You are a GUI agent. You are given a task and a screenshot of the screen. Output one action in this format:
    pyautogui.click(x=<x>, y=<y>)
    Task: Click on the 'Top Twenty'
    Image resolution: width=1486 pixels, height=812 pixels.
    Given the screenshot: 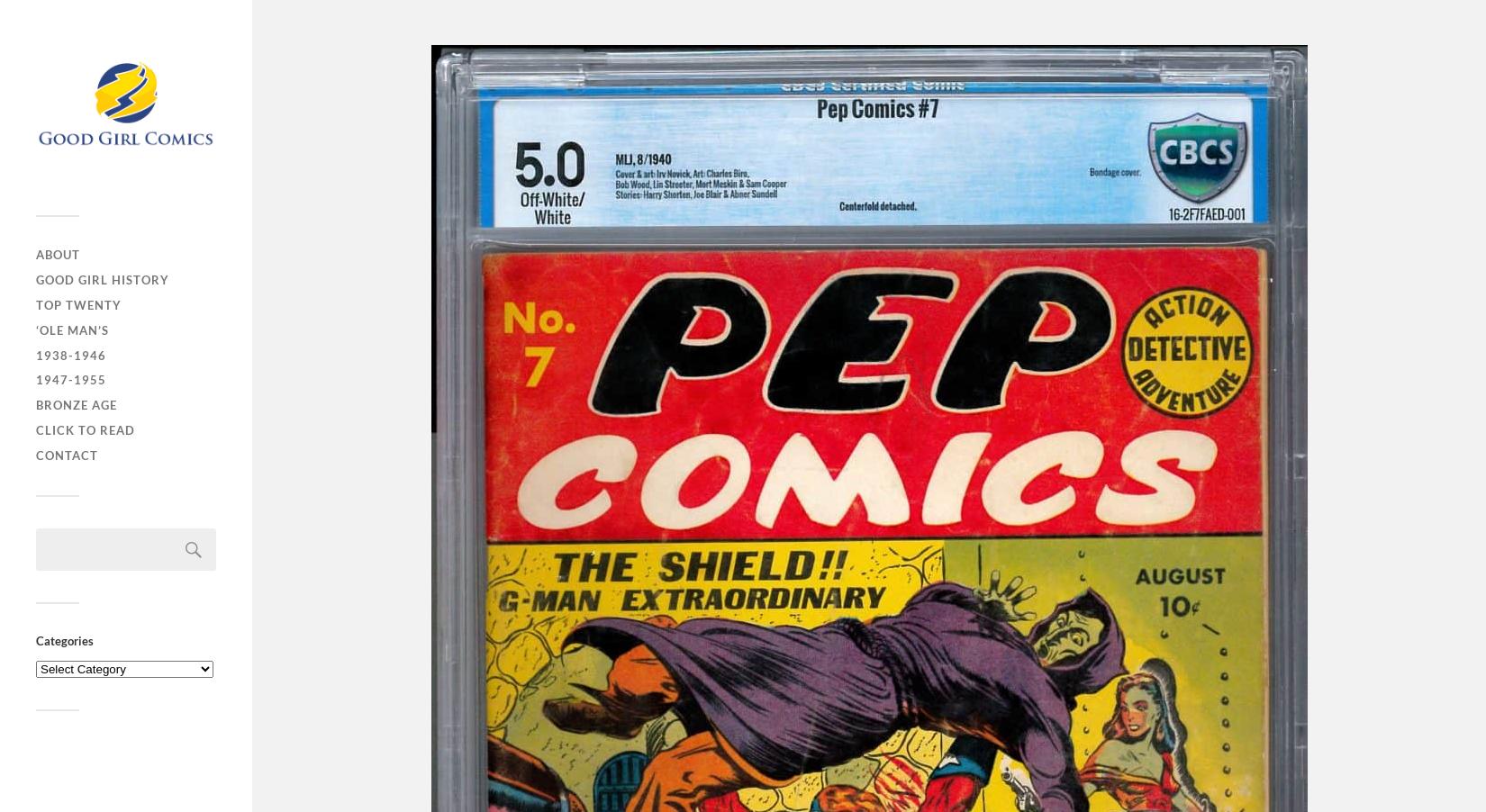 What is the action you would take?
    pyautogui.click(x=35, y=302)
    